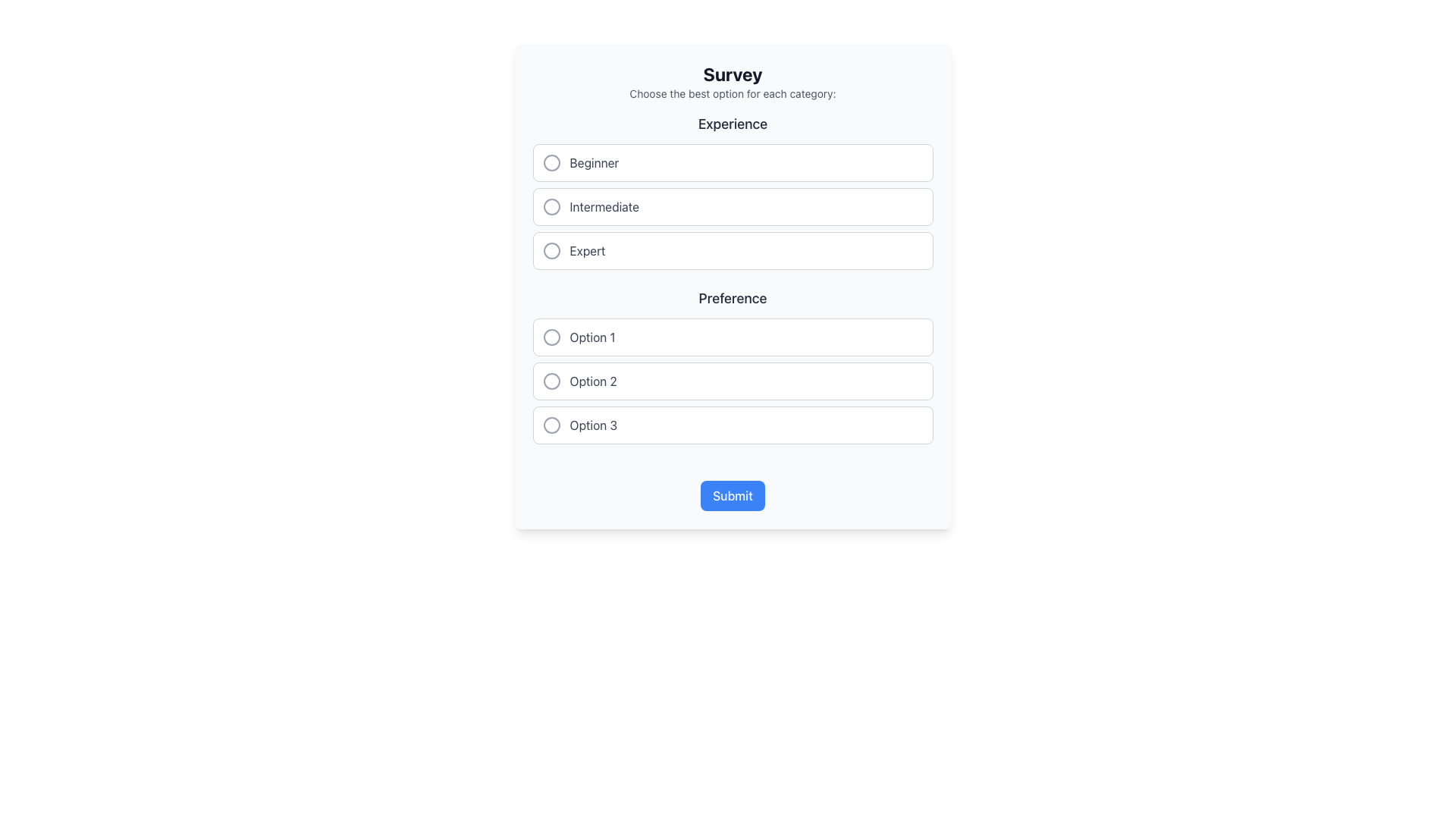  What do you see at coordinates (733, 425) in the screenshot?
I see `the 'Option 3' selectable list item, which is the third item in a vertically stacked group of options under the 'Preference' section` at bounding box center [733, 425].